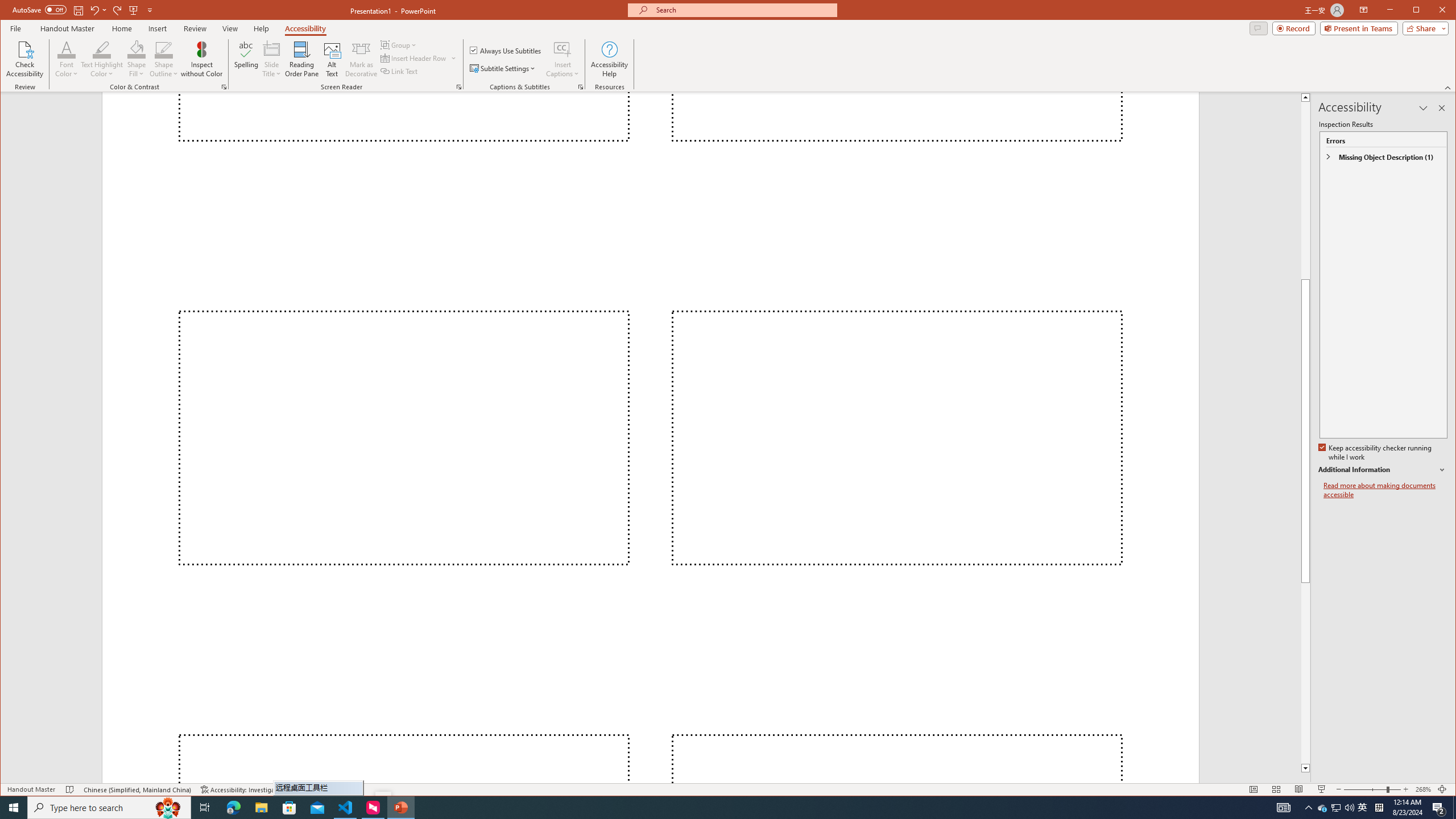 The width and height of the screenshot is (1456, 819). I want to click on 'Spelling...', so click(246, 59).